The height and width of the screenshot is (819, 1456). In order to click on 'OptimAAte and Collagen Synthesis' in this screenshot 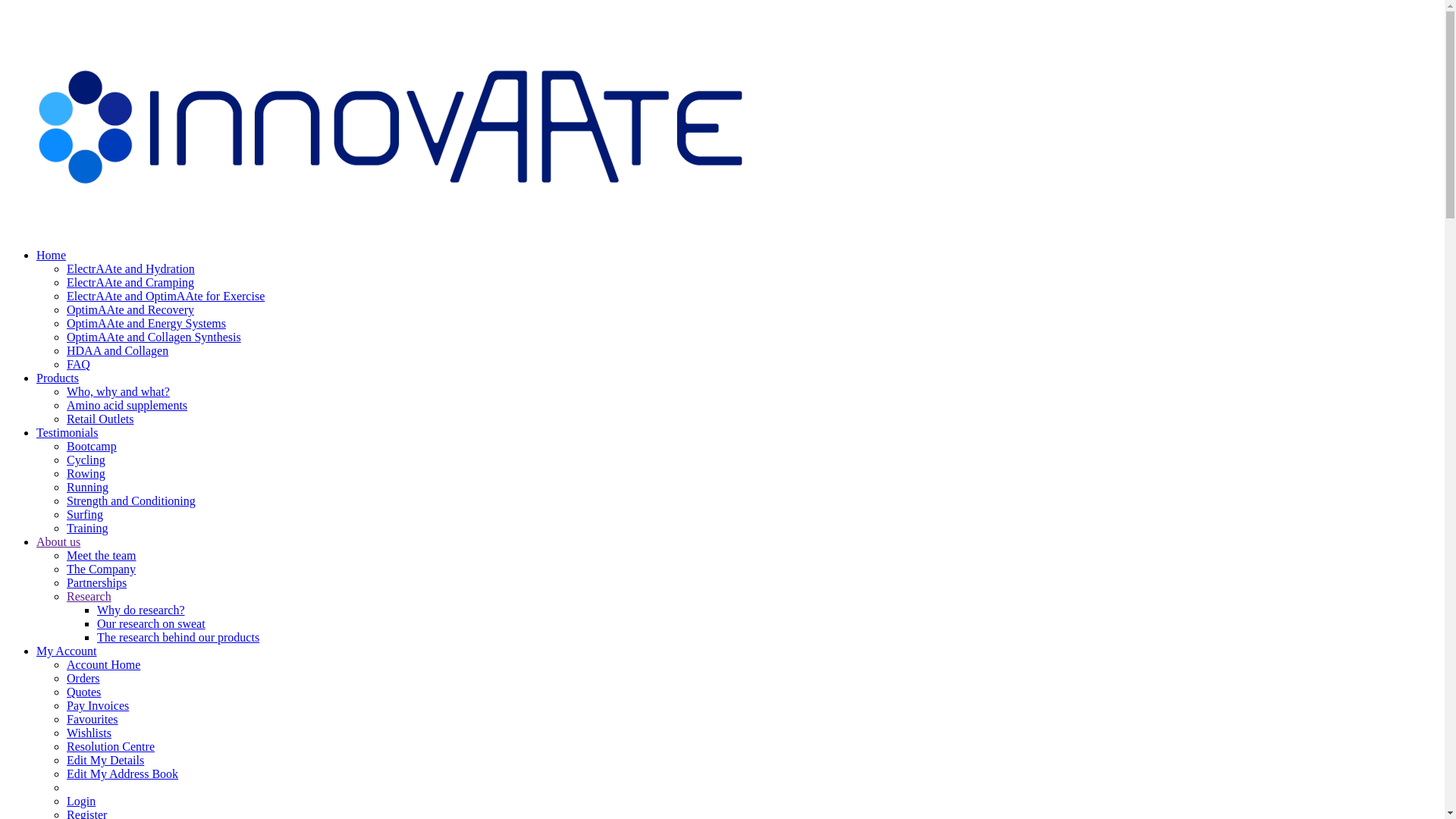, I will do `click(65, 336)`.